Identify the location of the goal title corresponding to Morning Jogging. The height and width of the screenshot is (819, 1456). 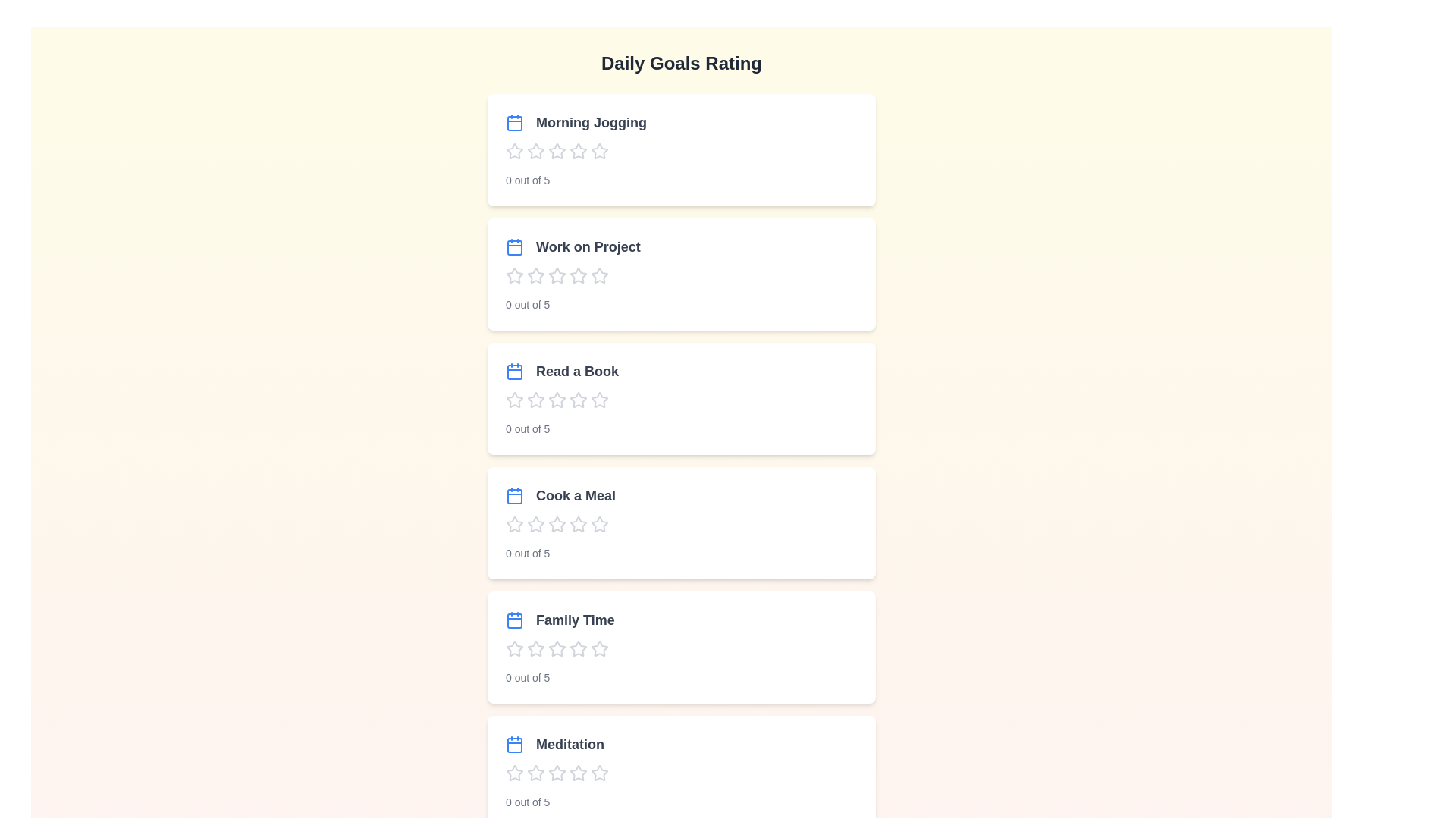
(575, 122).